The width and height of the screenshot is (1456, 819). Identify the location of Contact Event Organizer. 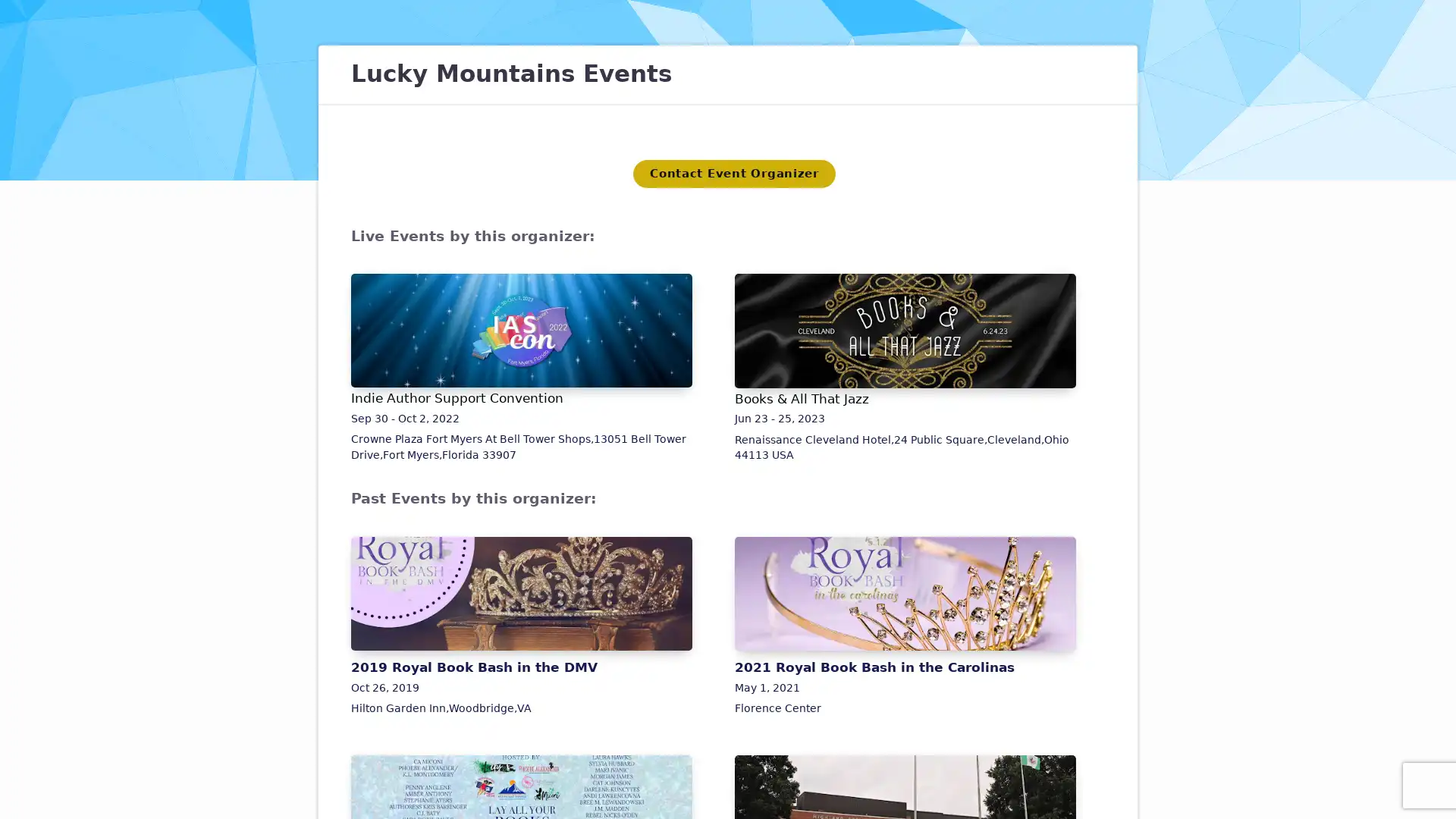
(734, 172).